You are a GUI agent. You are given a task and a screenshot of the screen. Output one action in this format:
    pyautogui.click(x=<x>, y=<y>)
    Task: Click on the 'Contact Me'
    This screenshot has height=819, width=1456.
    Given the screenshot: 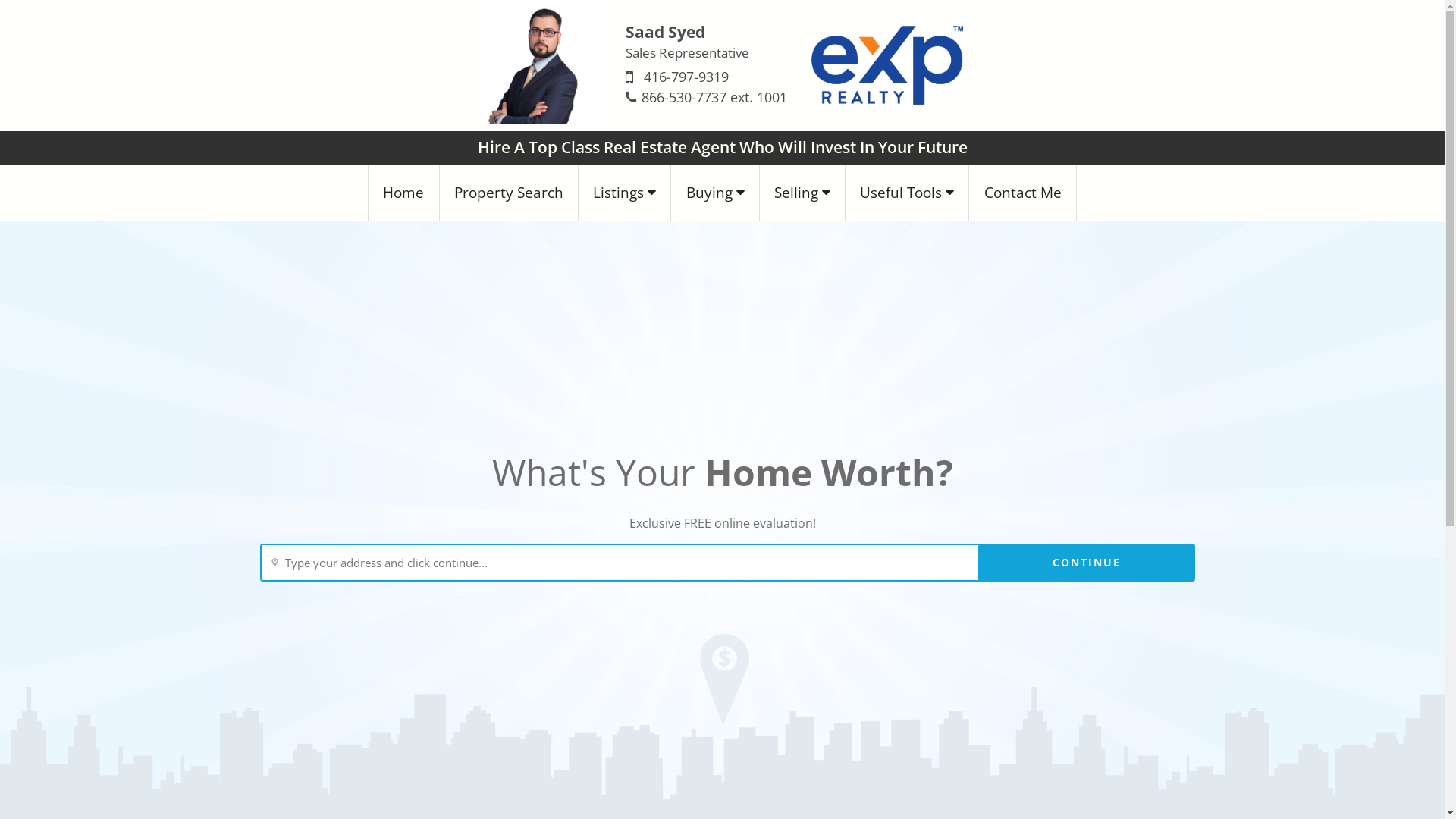 What is the action you would take?
    pyautogui.click(x=1022, y=192)
    